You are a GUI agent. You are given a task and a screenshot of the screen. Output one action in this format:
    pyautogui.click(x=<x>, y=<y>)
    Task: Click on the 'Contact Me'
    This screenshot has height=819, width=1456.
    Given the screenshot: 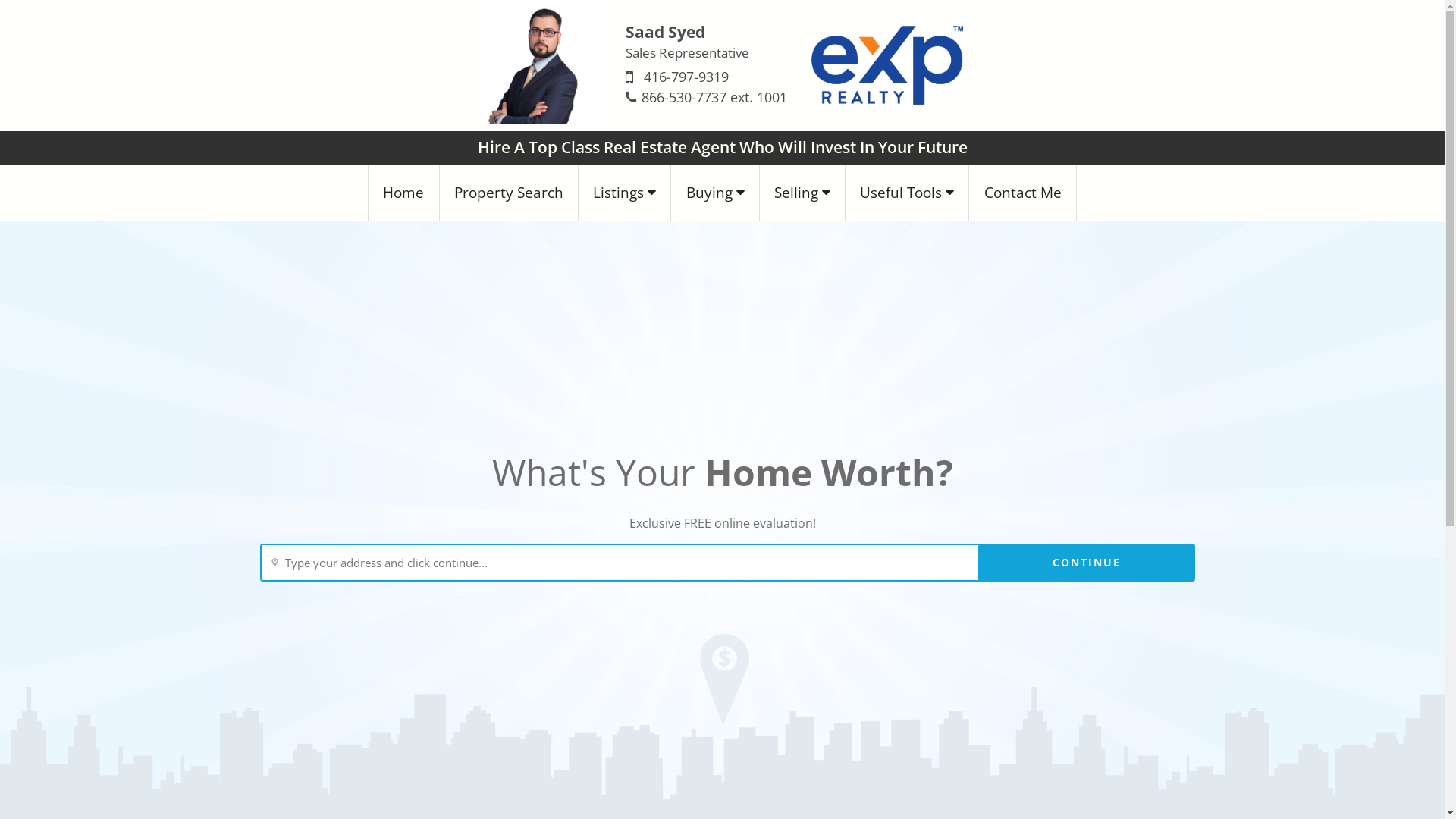 What is the action you would take?
    pyautogui.click(x=1022, y=192)
    